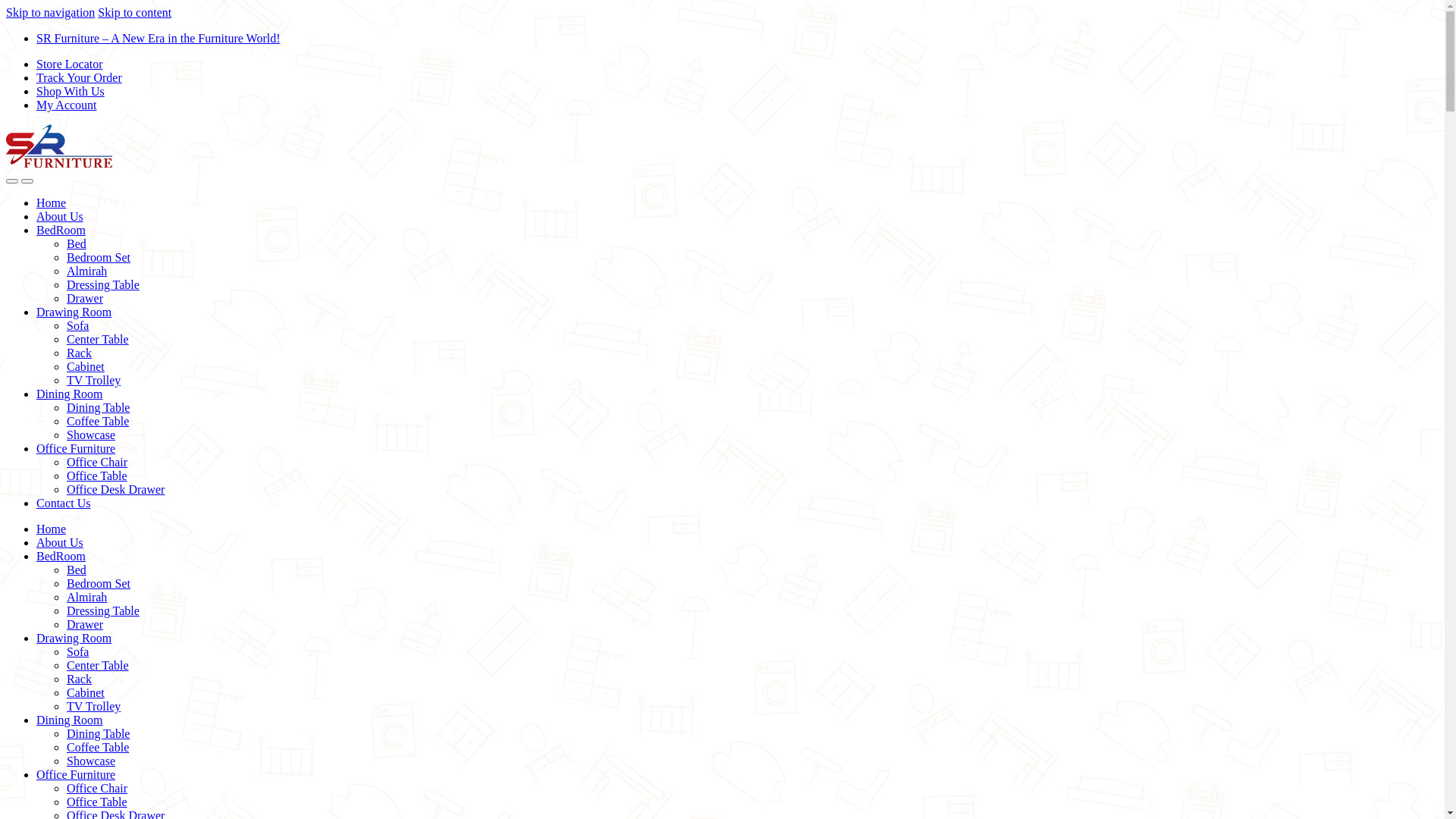 The height and width of the screenshot is (819, 1456). I want to click on 'Rack', so click(78, 678).